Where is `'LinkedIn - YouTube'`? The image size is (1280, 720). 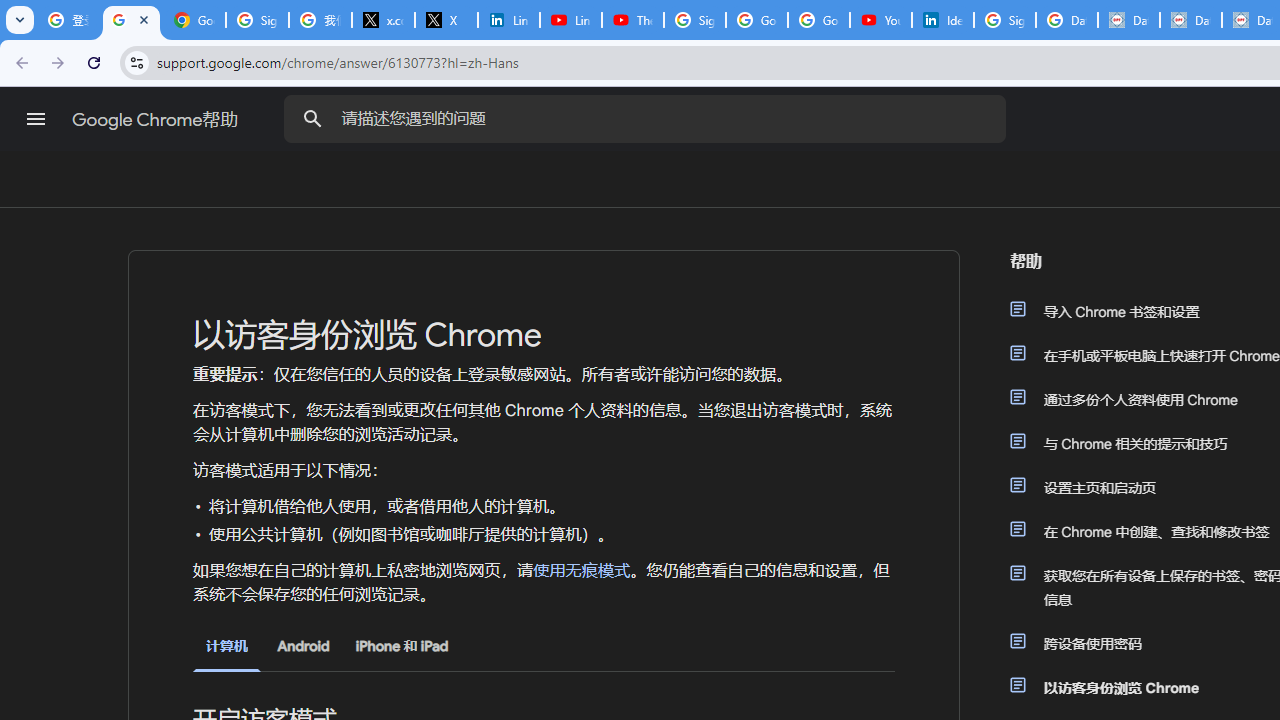
'LinkedIn - YouTube' is located at coordinates (569, 20).